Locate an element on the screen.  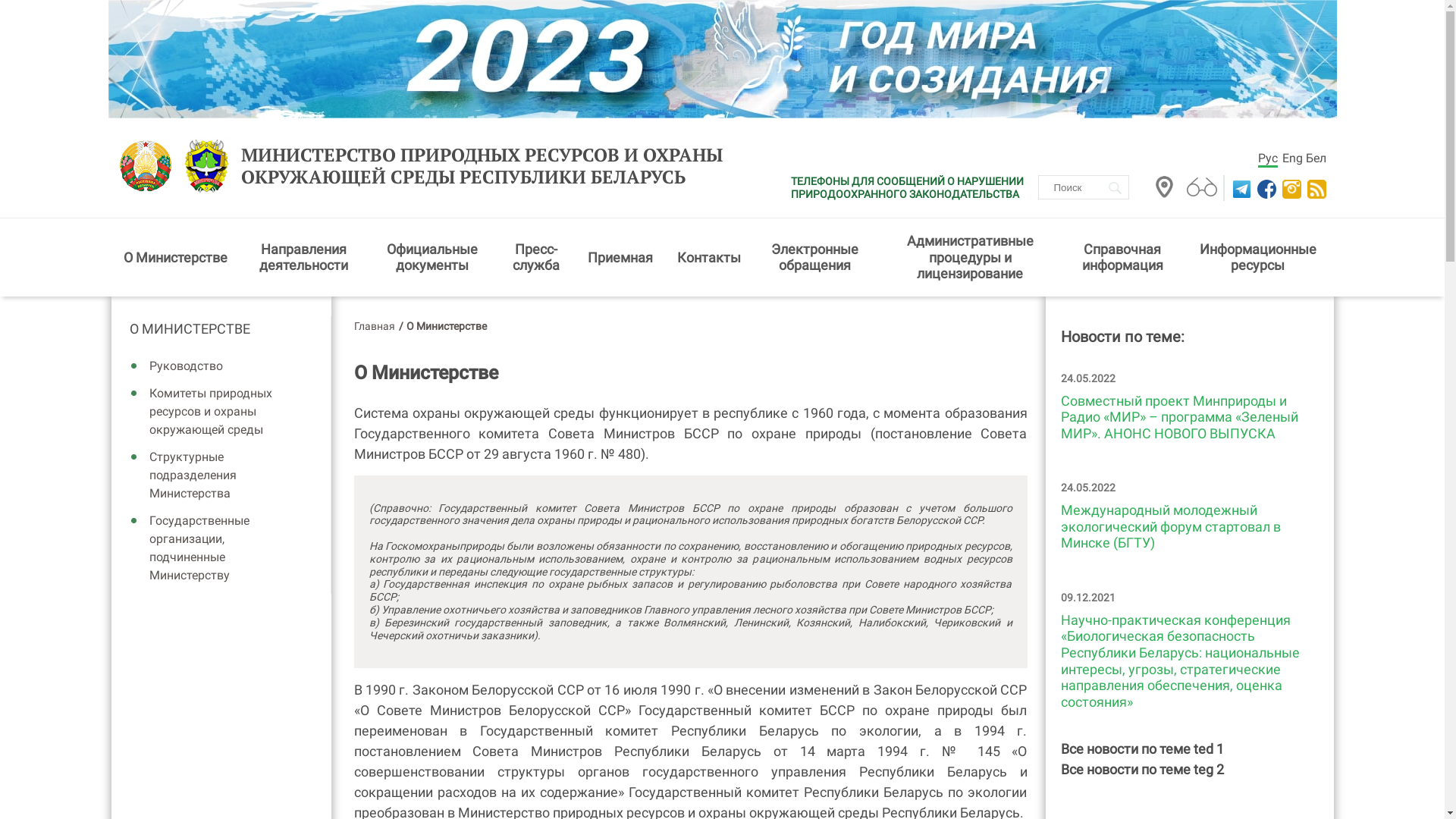
'Eng' is located at coordinates (1291, 158).